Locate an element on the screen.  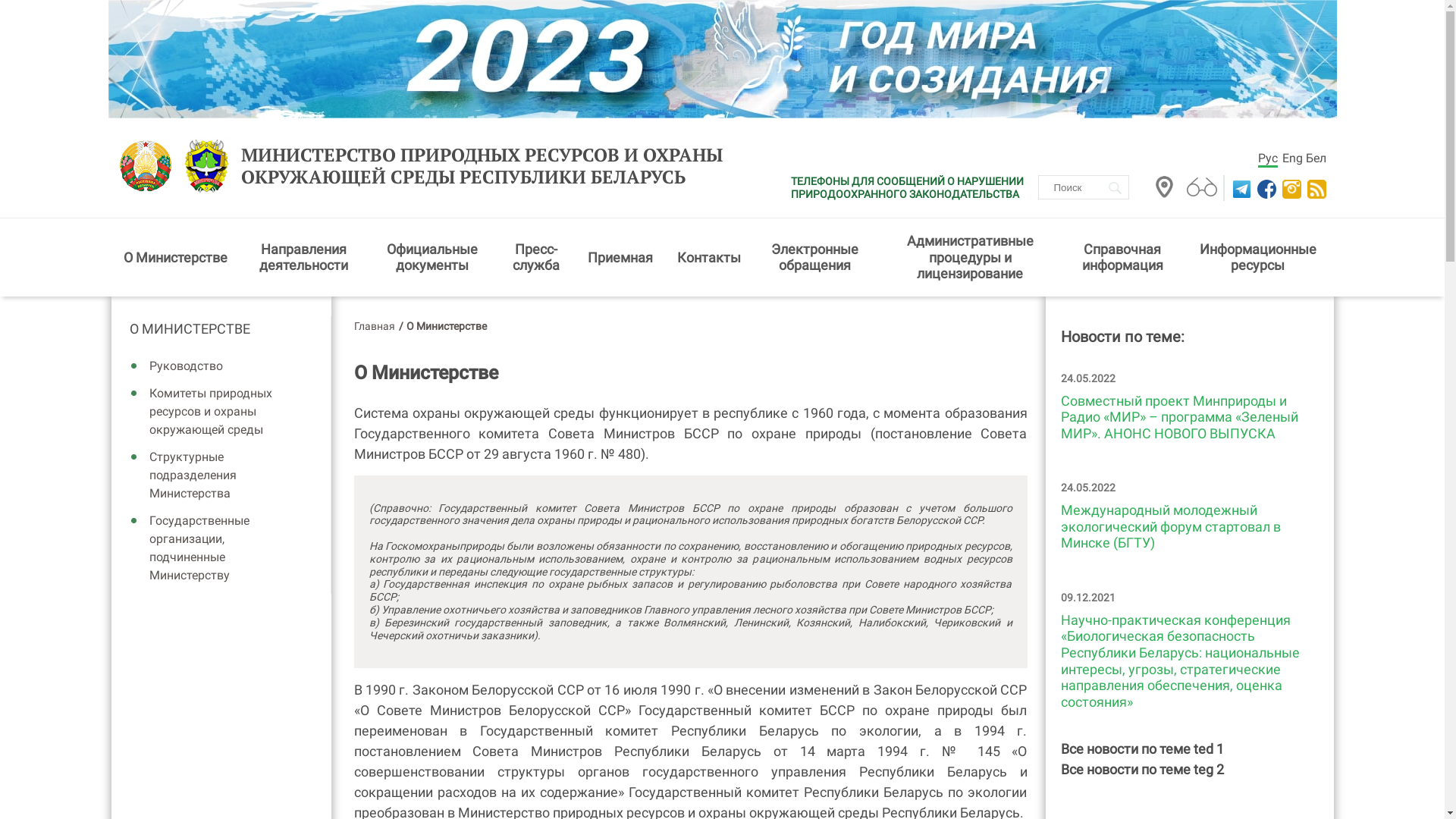
'Eng' is located at coordinates (1291, 158).